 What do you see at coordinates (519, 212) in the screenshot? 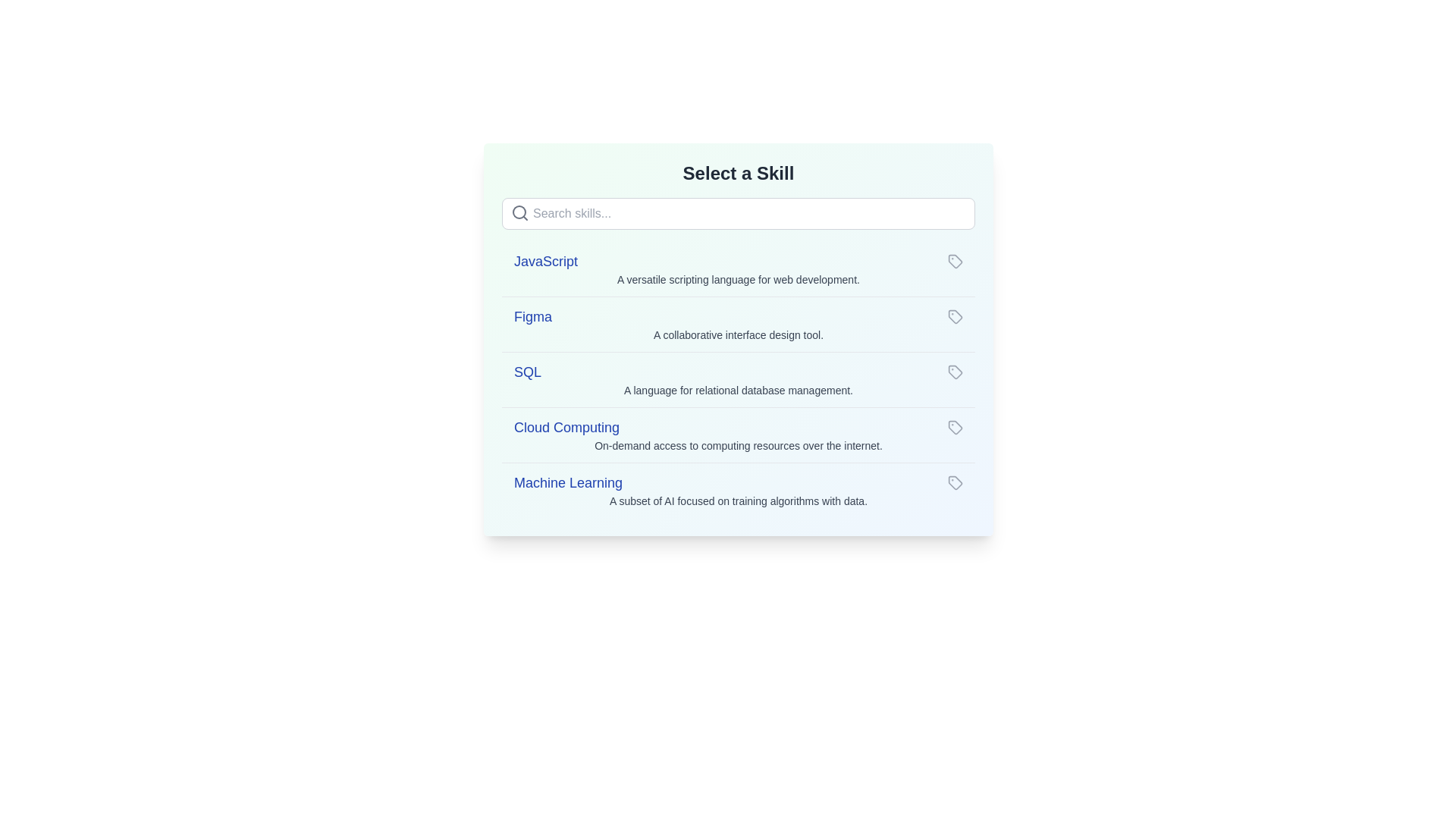
I see `the circular decorative component of the search icon located within the SVG element at the top of the interface` at bounding box center [519, 212].